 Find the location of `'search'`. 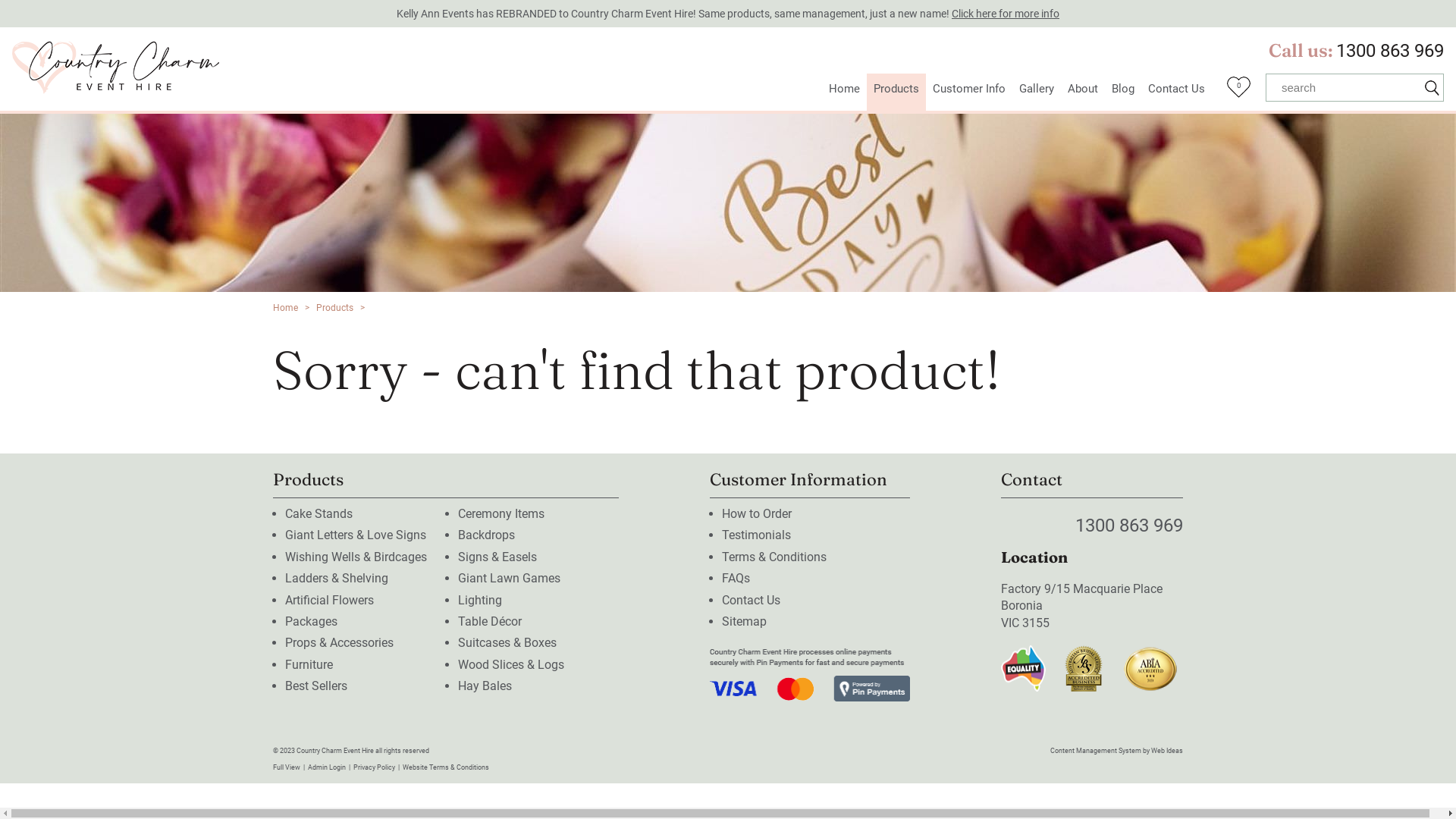

'search' is located at coordinates (1343, 87).